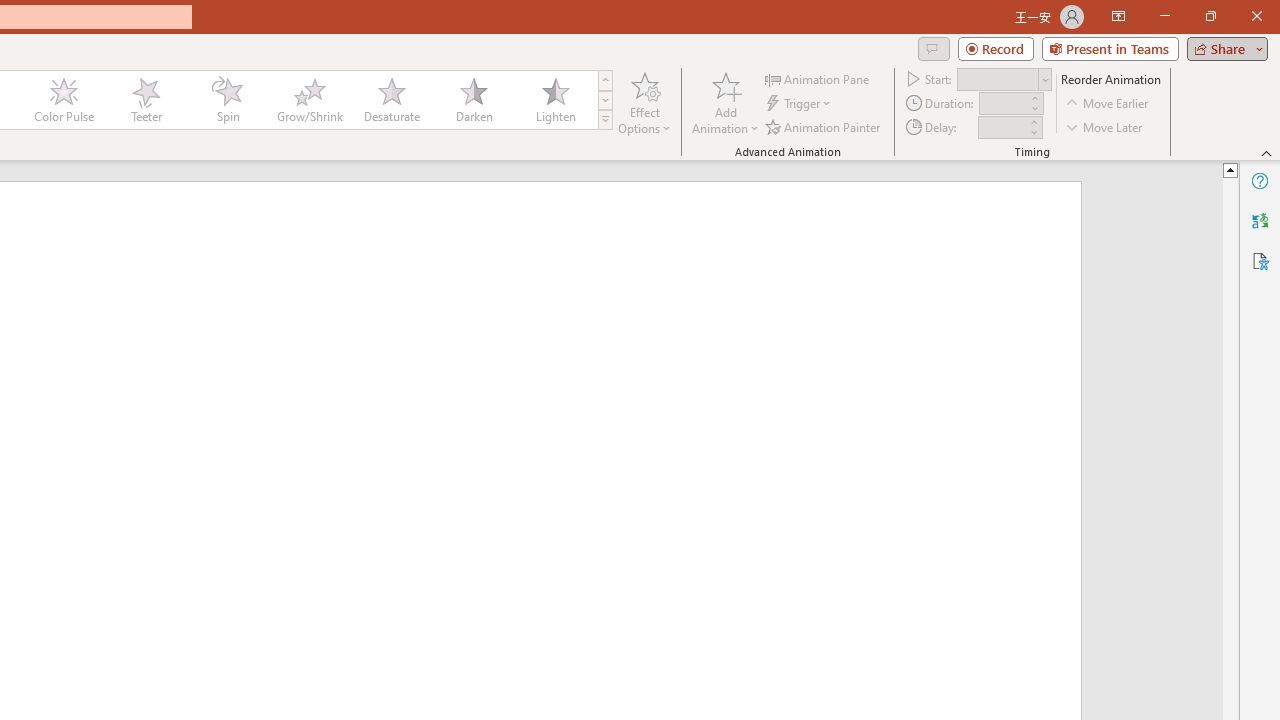 The height and width of the screenshot is (720, 1280). I want to click on 'Trigger', so click(800, 103).